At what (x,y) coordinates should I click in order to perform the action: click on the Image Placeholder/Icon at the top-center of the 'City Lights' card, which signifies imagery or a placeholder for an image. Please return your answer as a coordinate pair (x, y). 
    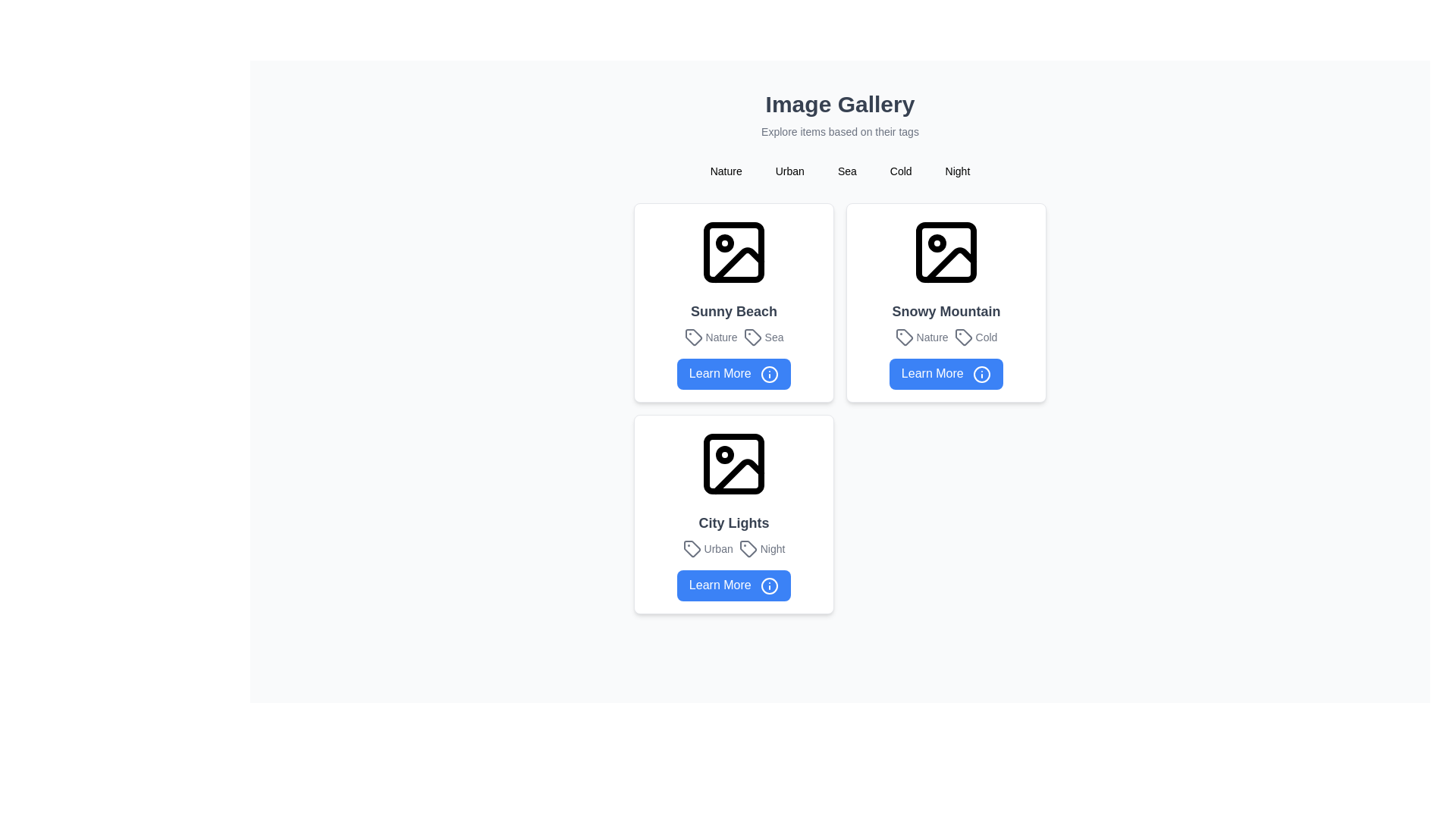
    Looking at the image, I should click on (734, 462).